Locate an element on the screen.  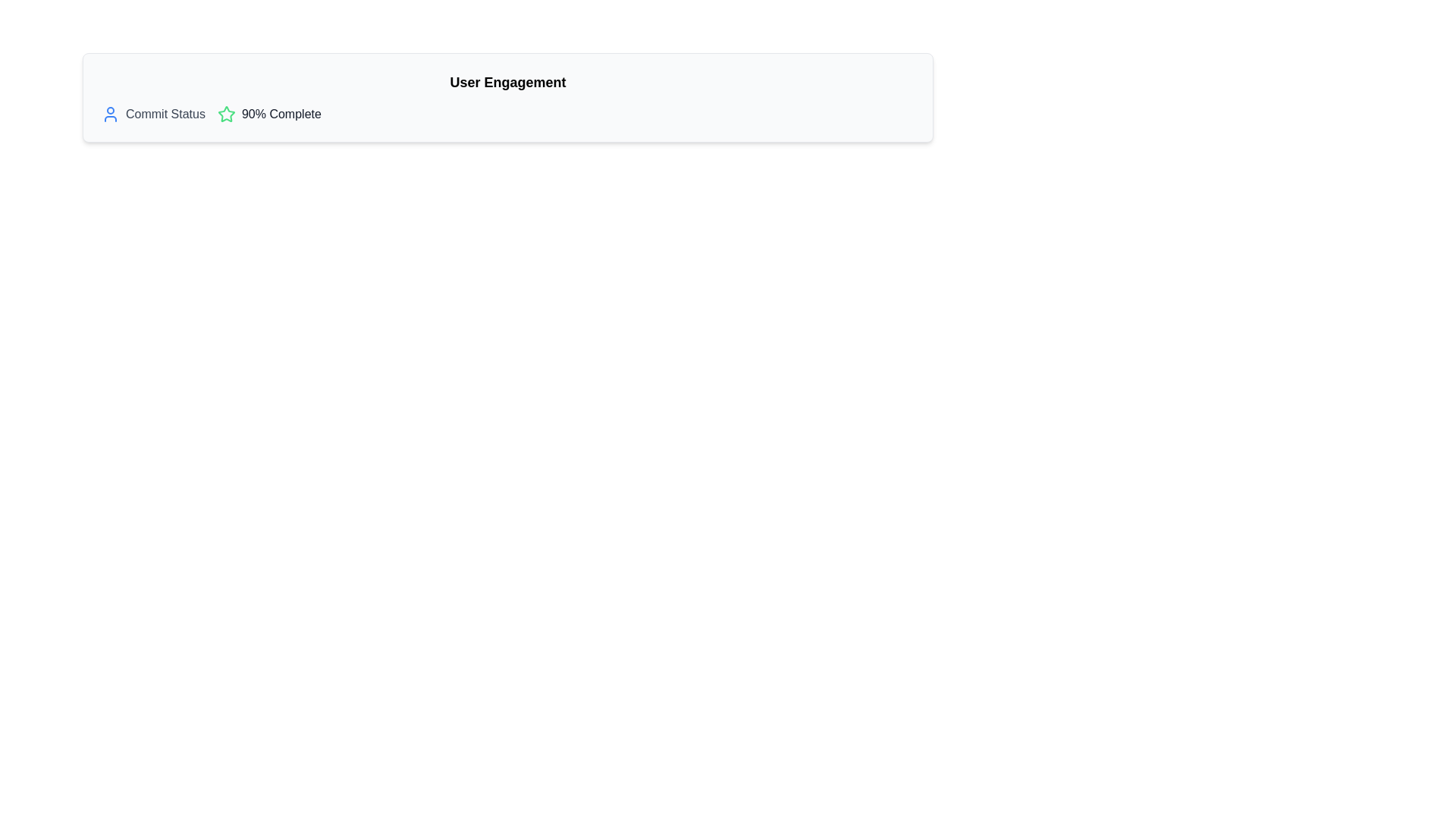
the star icon with a green outline and hollow center, which is positioned to the left of '90% Complete' and right after 'Commit Status' is located at coordinates (225, 113).